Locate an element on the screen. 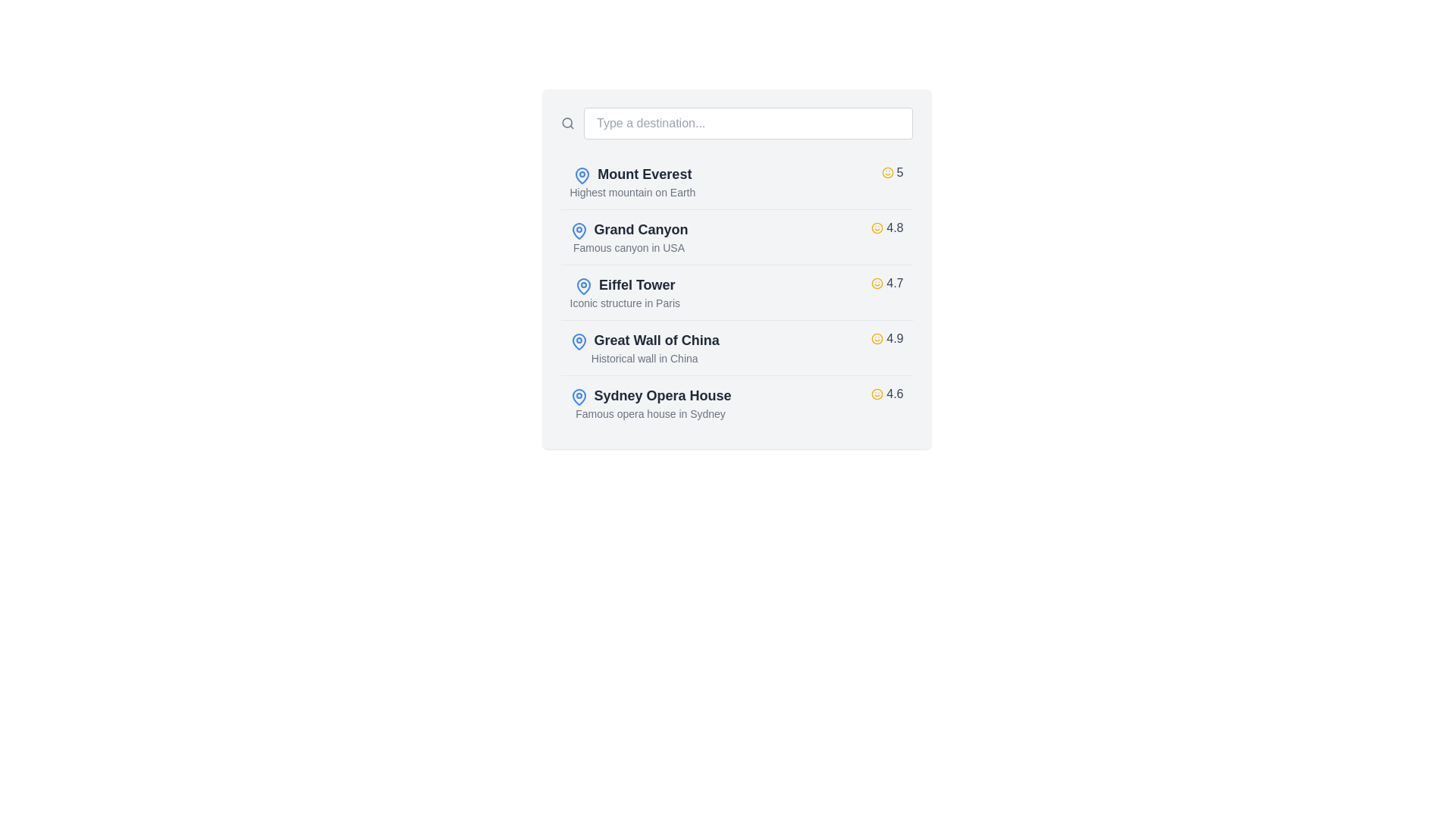 This screenshot has height=819, width=1456. the Search Icon, which is located next to the text input box labeled 'Type a destination...'. This icon functions as a button to trigger search functionality is located at coordinates (566, 122).